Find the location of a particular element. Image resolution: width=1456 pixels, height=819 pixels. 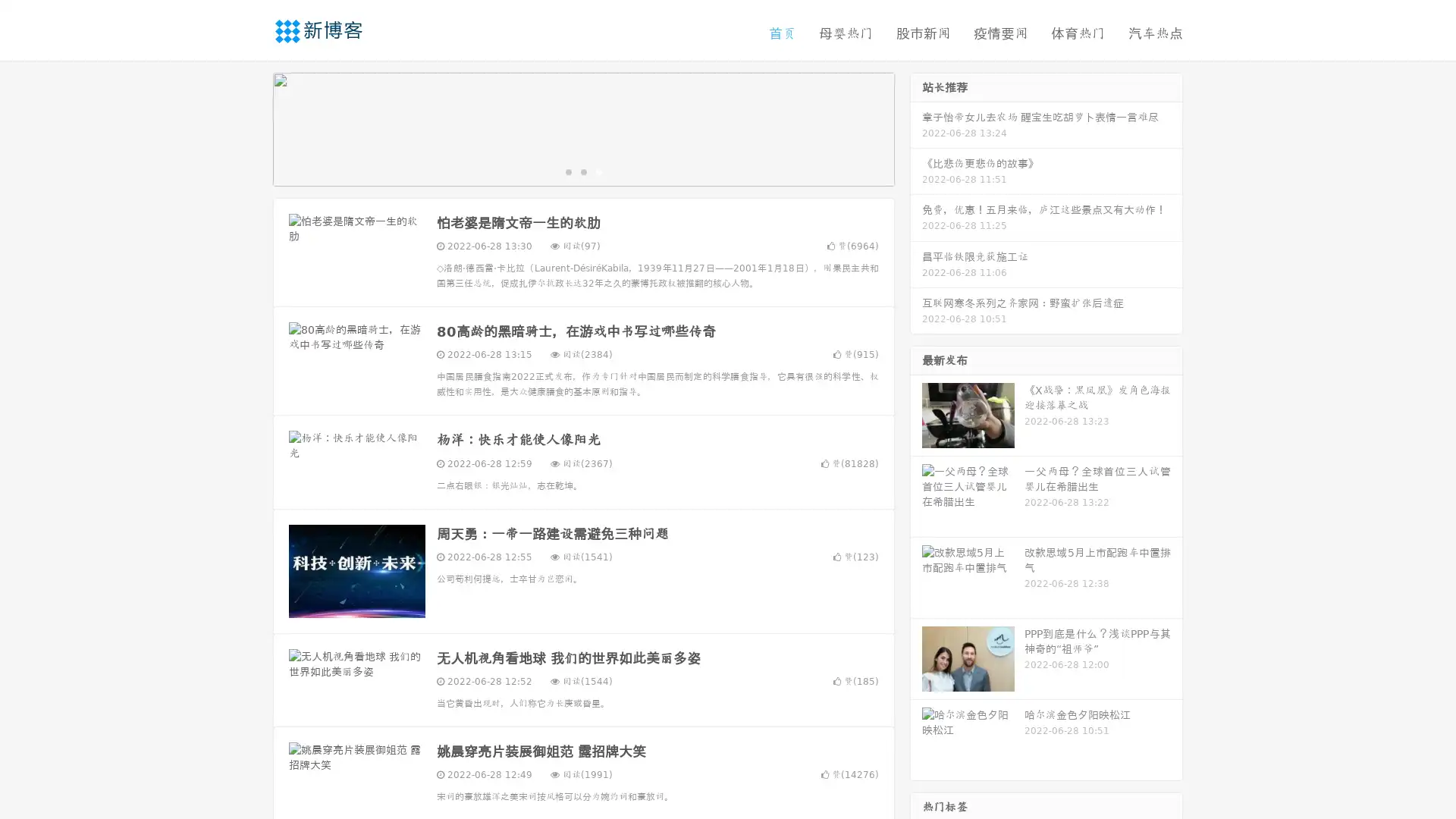

Previous slide is located at coordinates (250, 127).